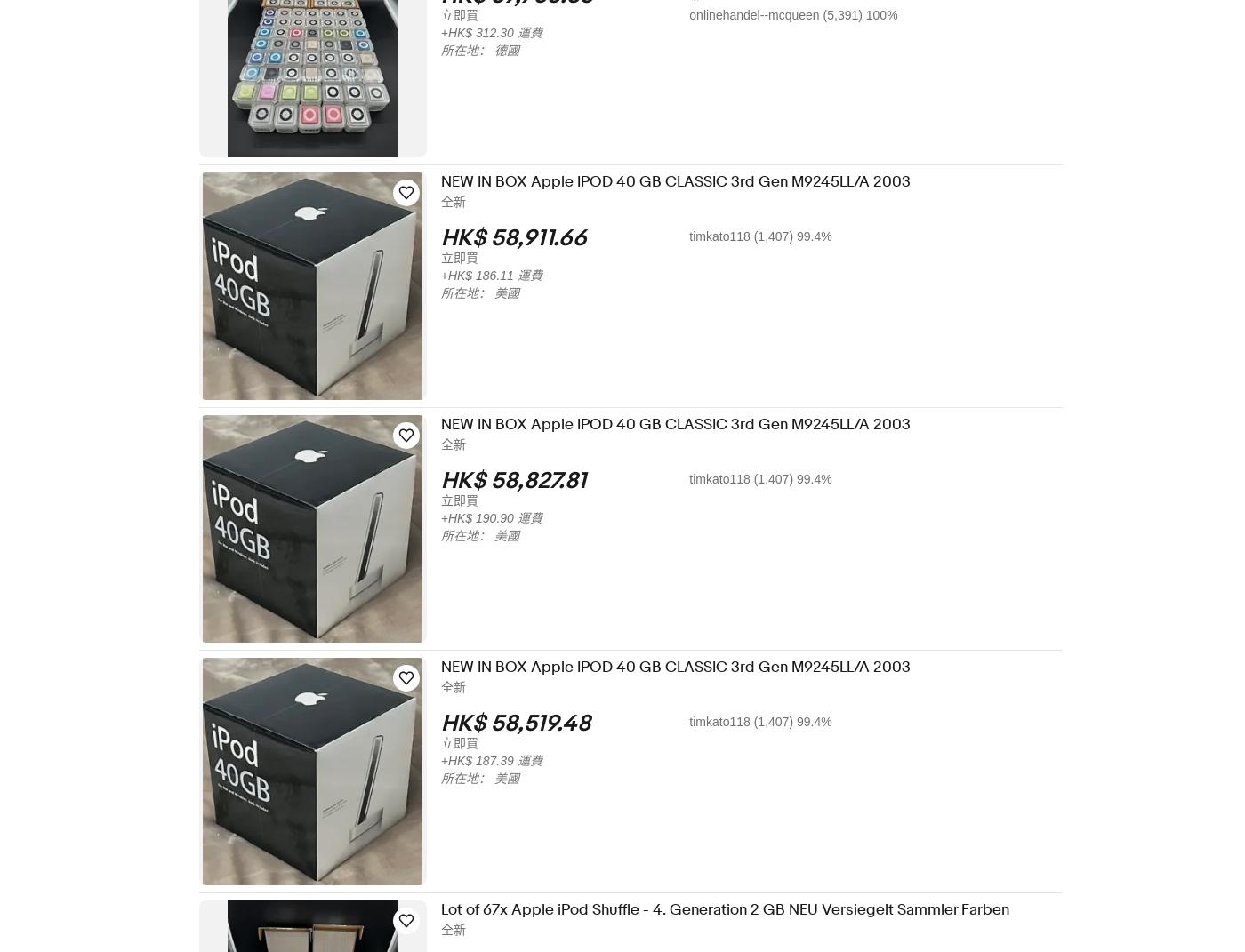 This screenshot has width=1245, height=952. I want to click on 'HK$ 58,519.48', so click(527, 723).